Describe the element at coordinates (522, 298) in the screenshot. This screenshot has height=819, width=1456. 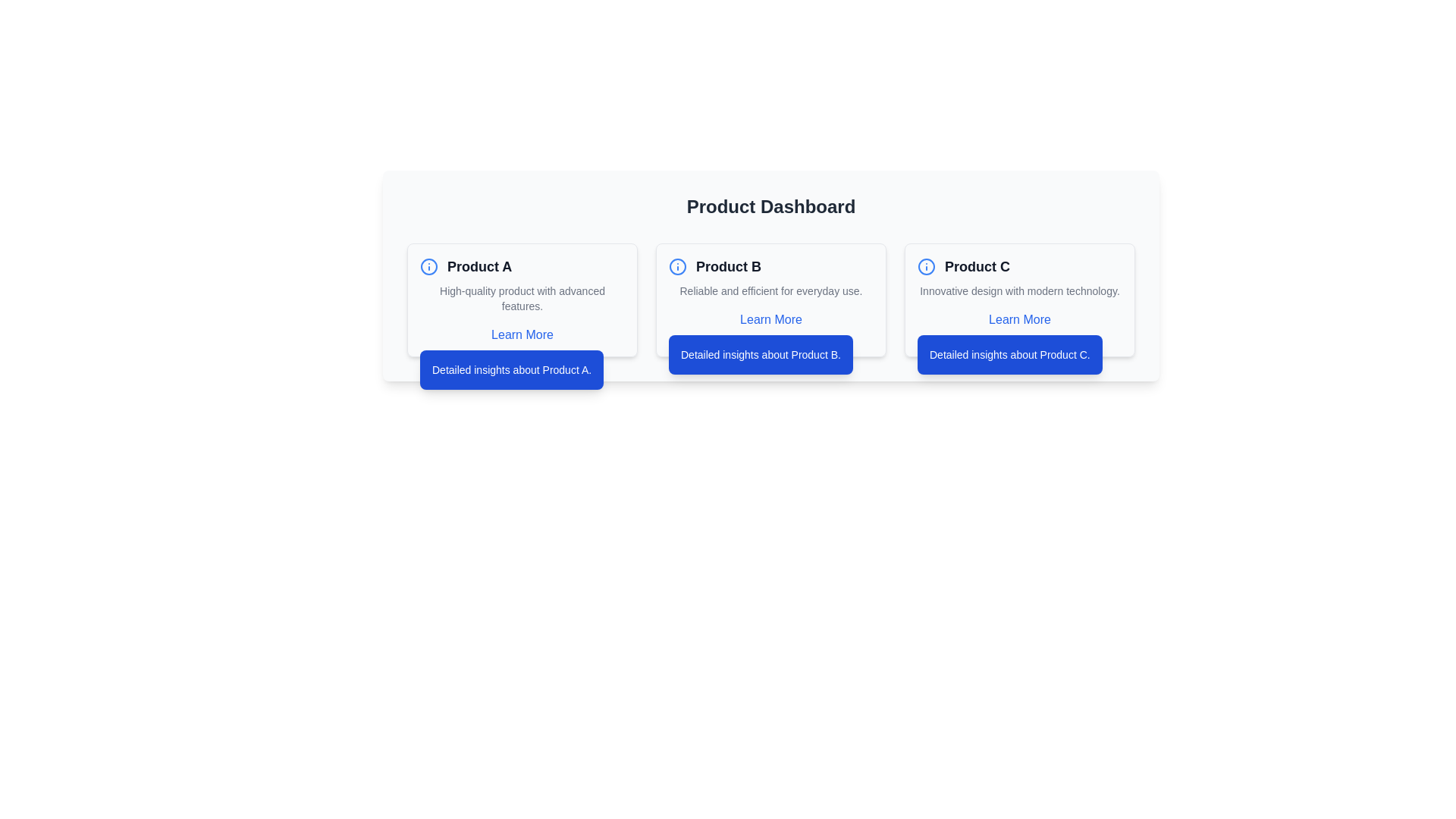
I see `the text block that provides a brief description of 'Product A' located below its title and above the 'Learn More' link` at that location.